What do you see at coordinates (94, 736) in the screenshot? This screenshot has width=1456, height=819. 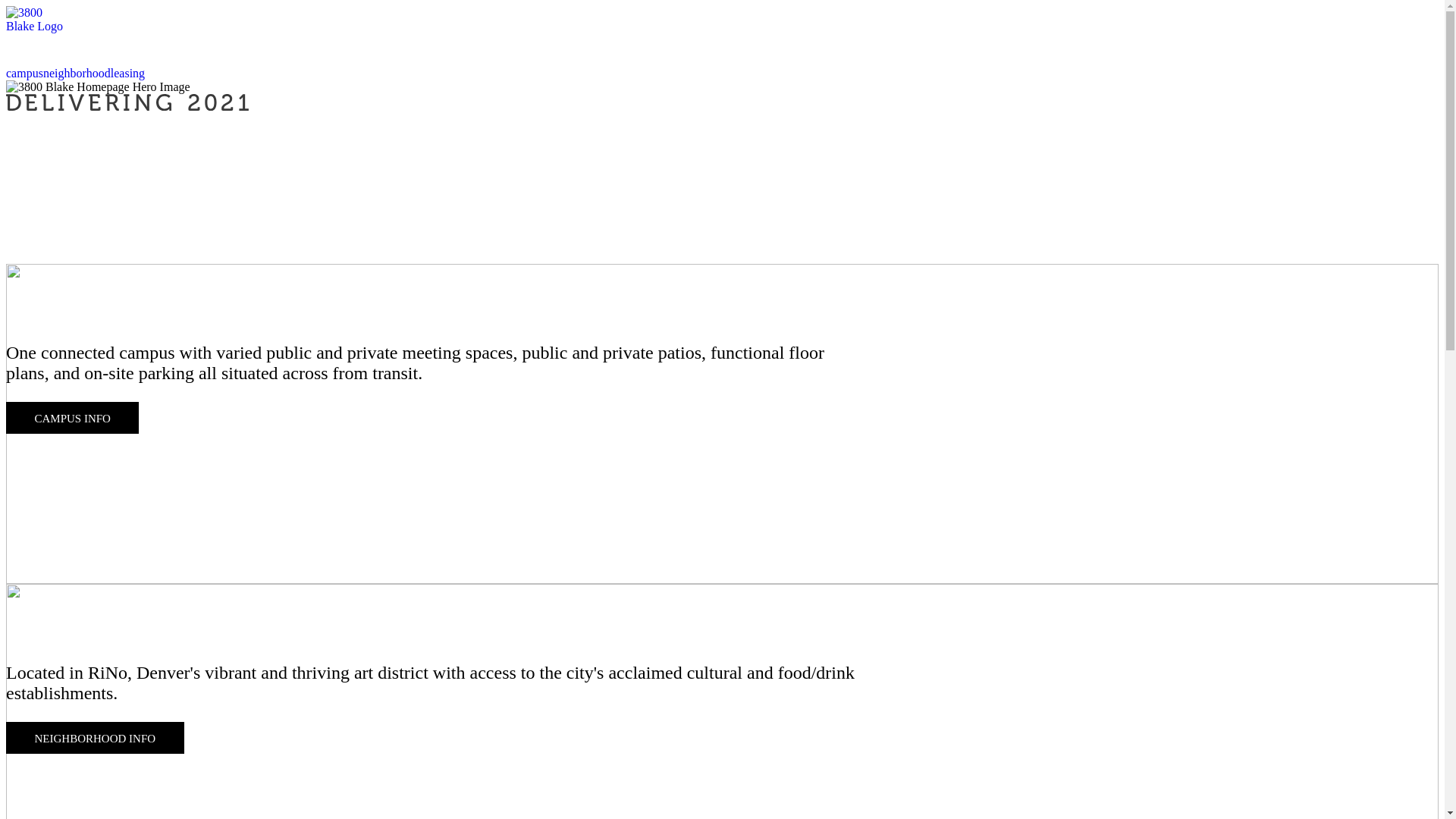 I see `'NEIGHBORHOOD INFO'` at bounding box center [94, 736].